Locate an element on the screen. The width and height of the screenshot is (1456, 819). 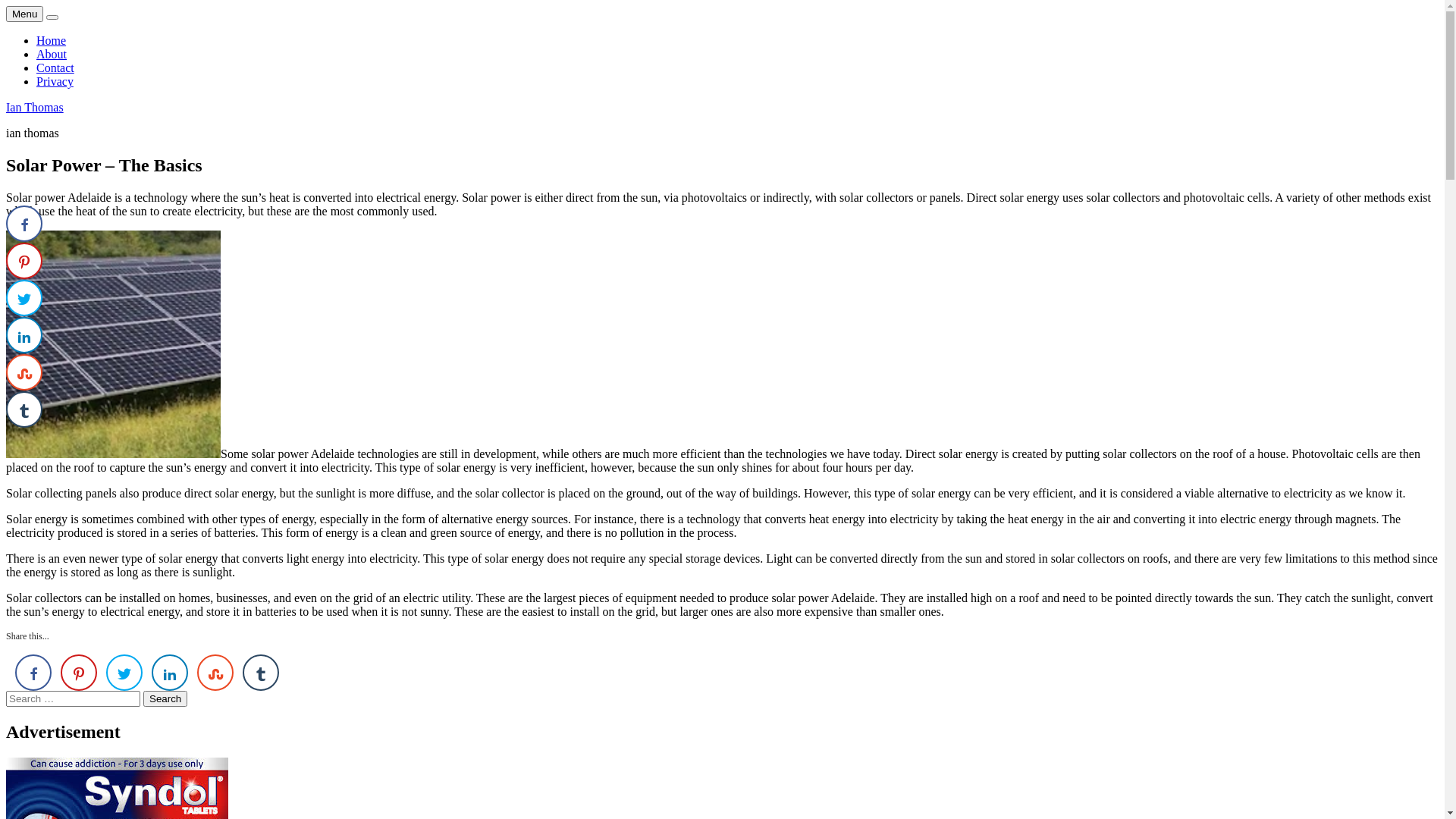
'About' is located at coordinates (51, 53).